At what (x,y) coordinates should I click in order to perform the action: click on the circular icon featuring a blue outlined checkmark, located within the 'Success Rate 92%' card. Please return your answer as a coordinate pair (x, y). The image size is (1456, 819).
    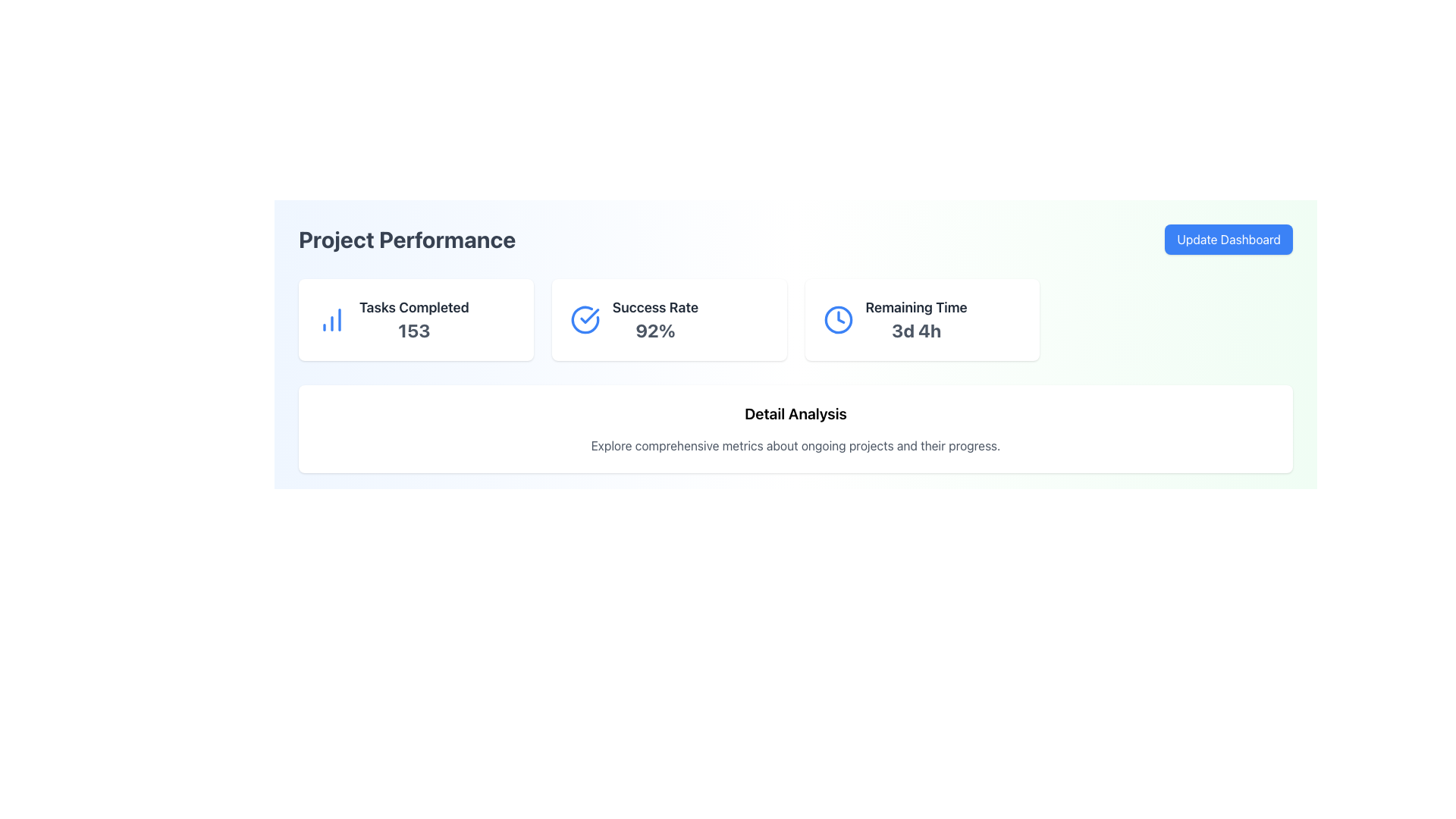
    Looking at the image, I should click on (584, 318).